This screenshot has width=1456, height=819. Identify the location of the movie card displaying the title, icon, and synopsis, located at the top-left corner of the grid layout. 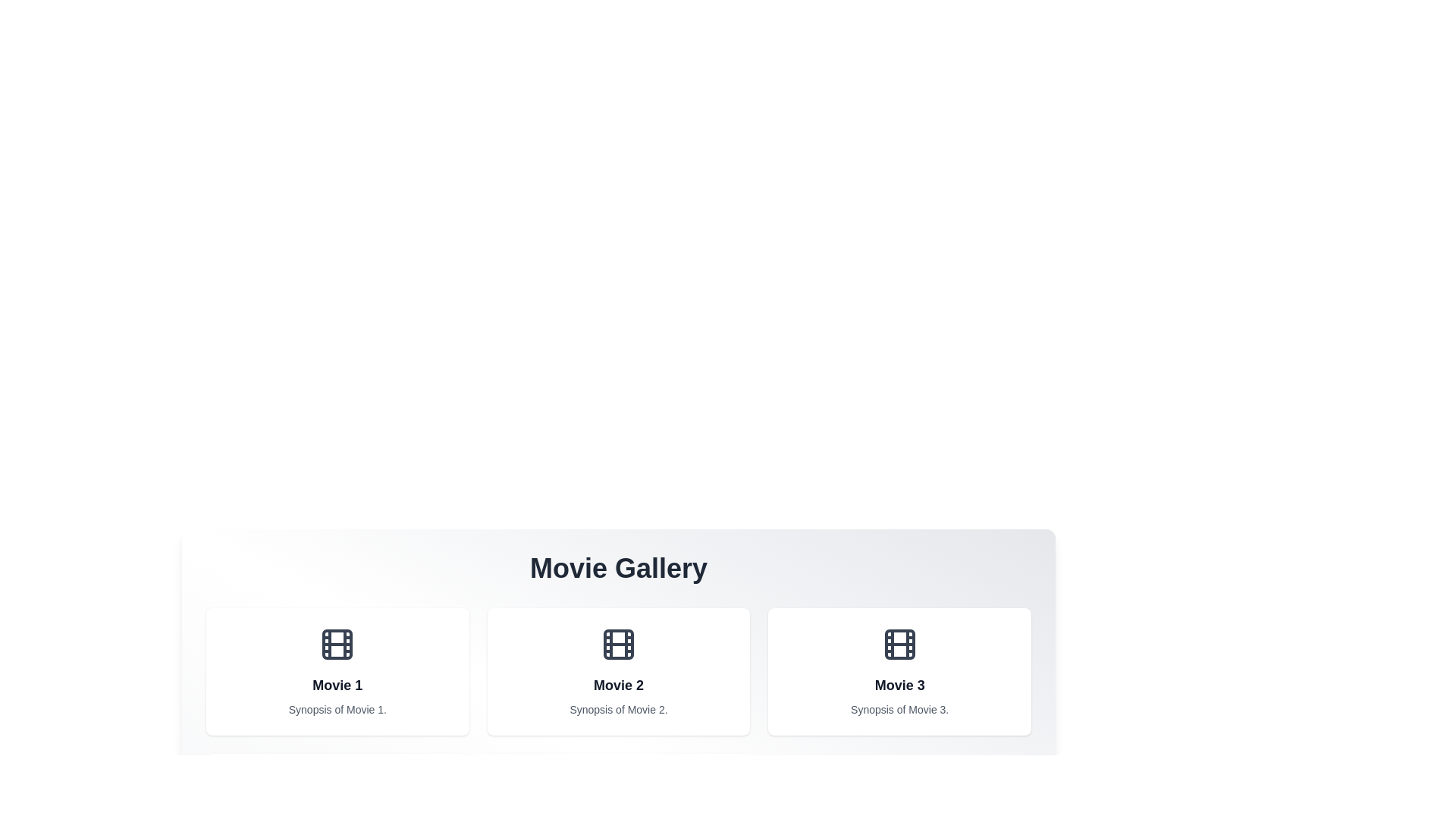
(337, 671).